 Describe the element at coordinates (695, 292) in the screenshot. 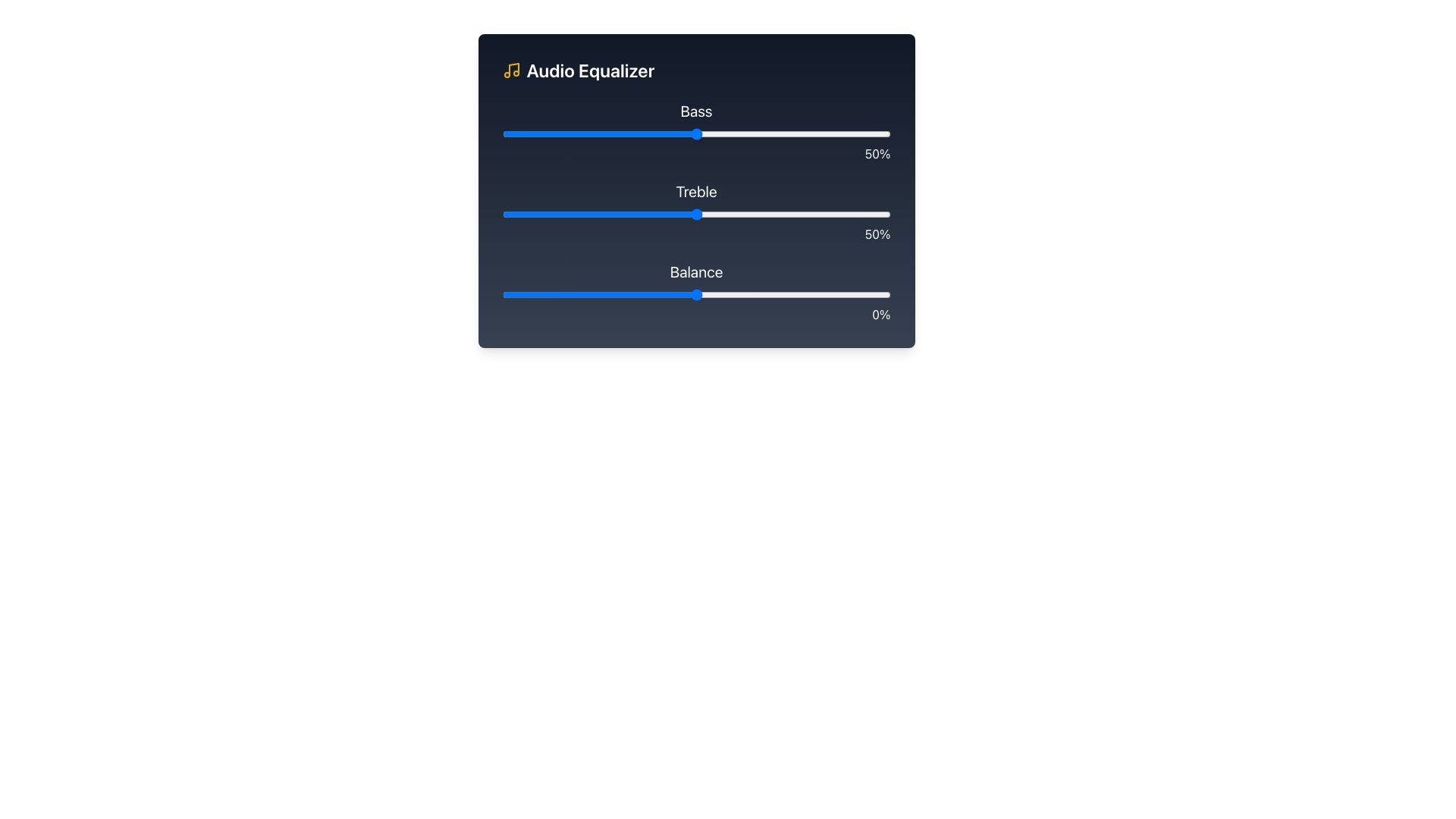

I see `the numerical indicator displaying '0%' to the right of the 'Balance' slider` at that location.